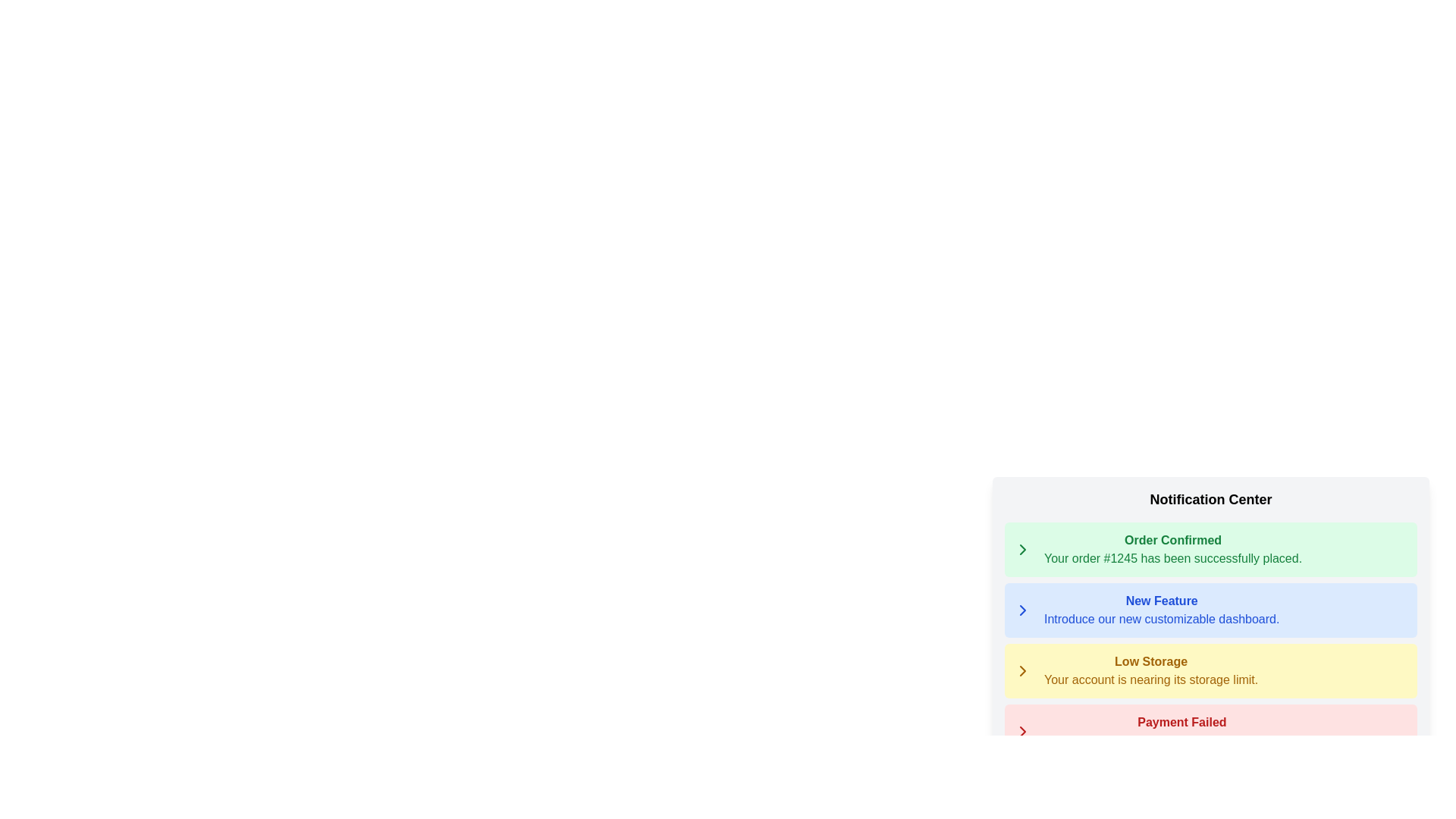 This screenshot has height=819, width=1456. What do you see at coordinates (1210, 581) in the screenshot?
I see `the second notification panel in the Notification Center` at bounding box center [1210, 581].